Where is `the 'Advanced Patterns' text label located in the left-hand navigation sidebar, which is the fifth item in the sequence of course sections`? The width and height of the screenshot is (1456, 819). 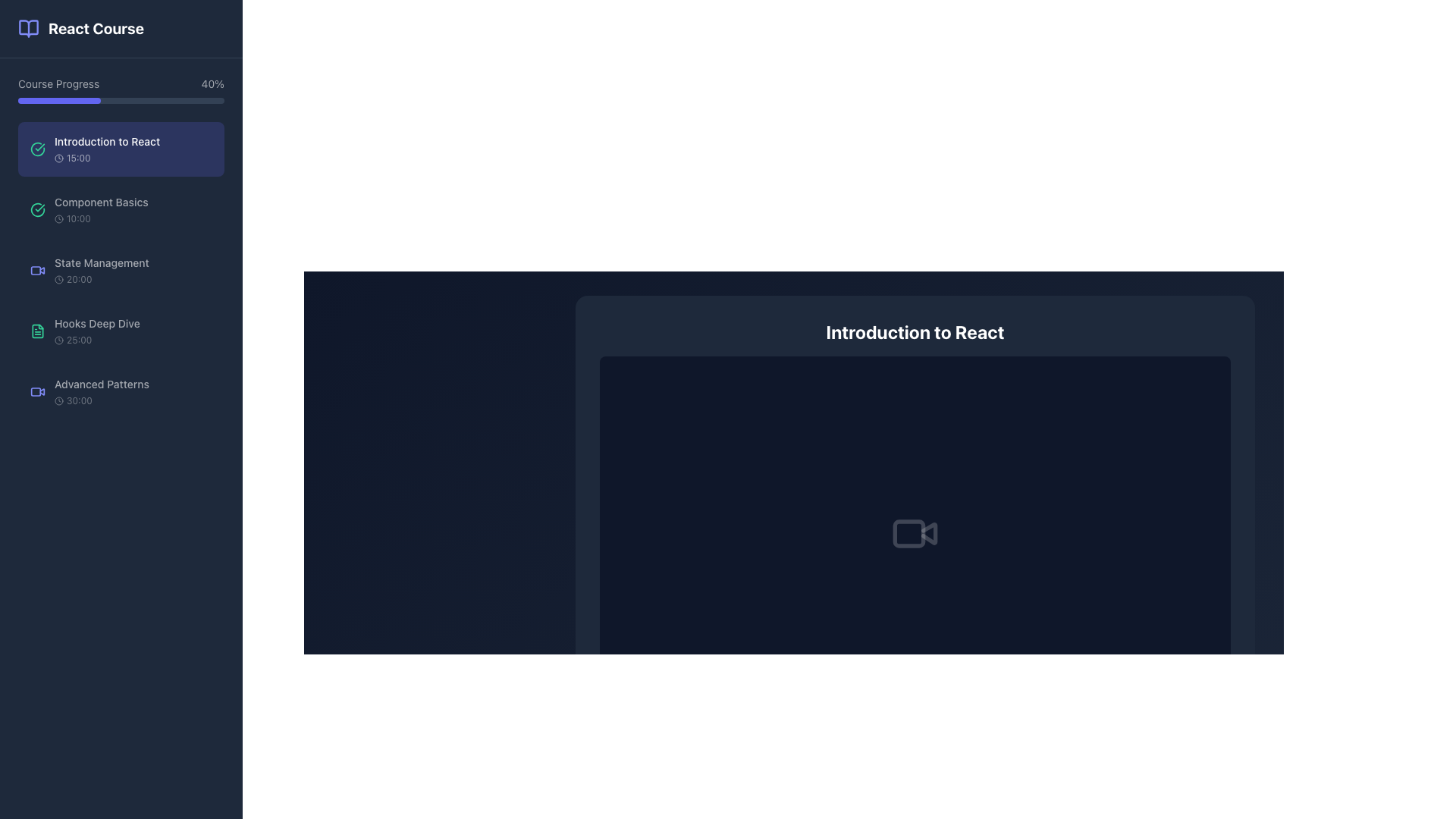 the 'Advanced Patterns' text label located in the left-hand navigation sidebar, which is the fifth item in the sequence of course sections is located at coordinates (133, 383).